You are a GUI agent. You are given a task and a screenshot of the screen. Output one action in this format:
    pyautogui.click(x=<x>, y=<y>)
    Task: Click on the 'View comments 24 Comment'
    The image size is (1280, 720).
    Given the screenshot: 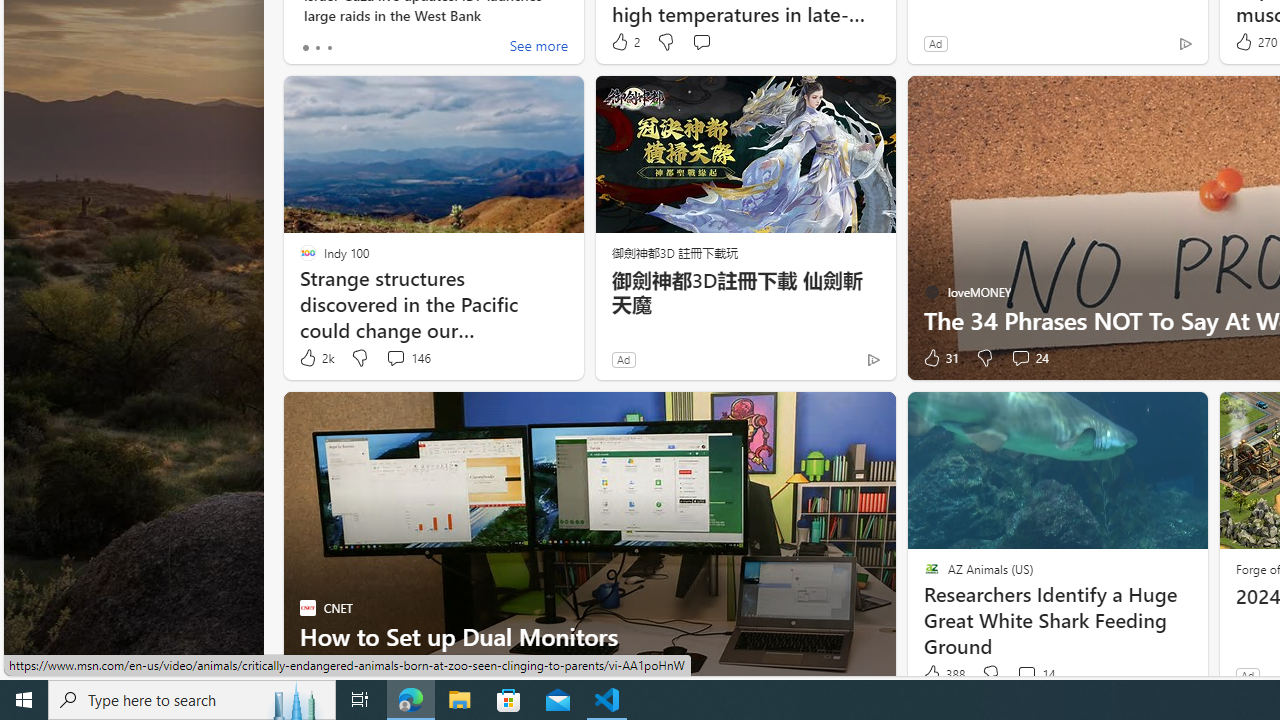 What is the action you would take?
    pyautogui.click(x=1029, y=357)
    